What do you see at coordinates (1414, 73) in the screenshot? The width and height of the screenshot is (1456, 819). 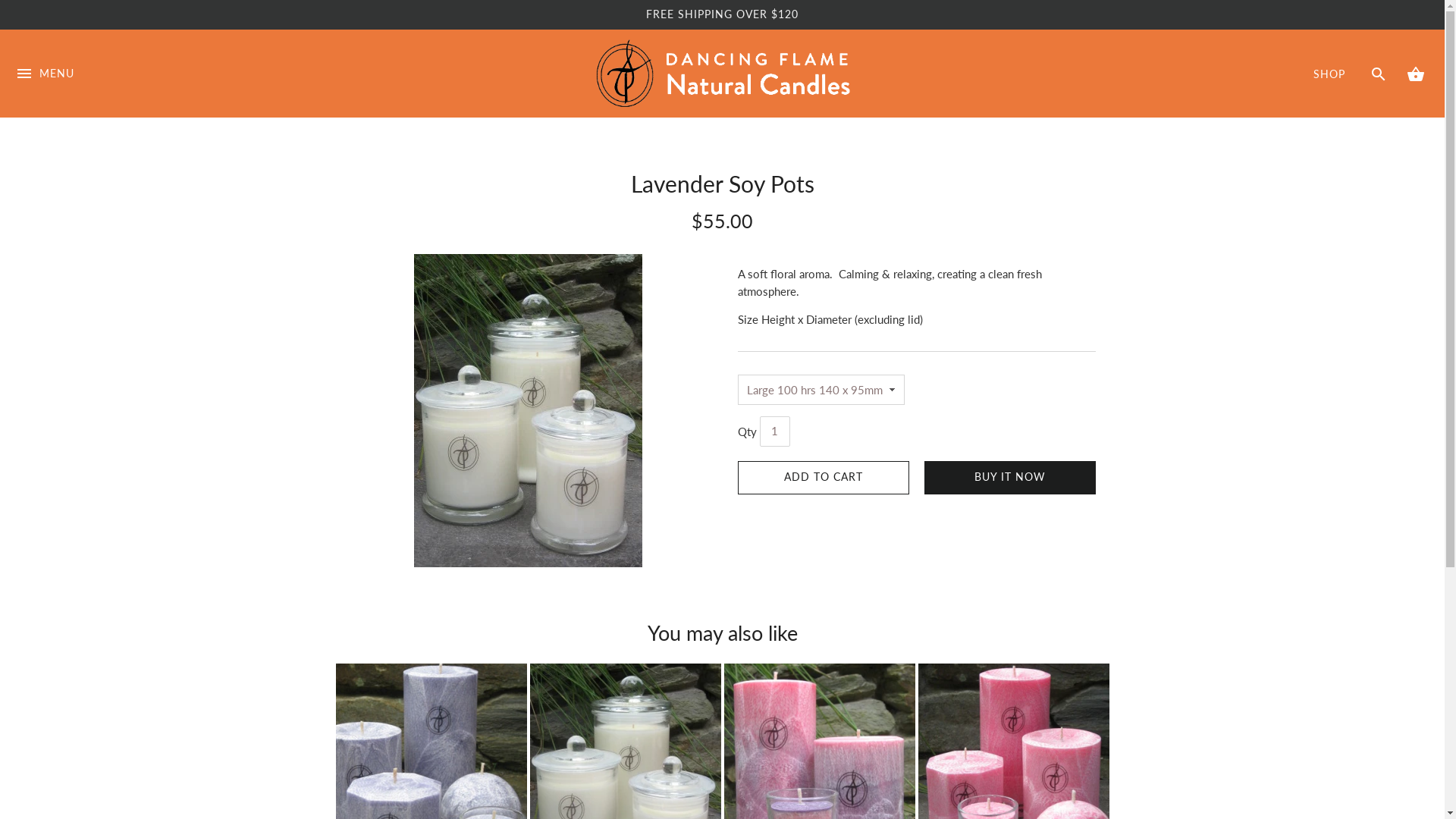 I see `'CART'` at bounding box center [1414, 73].